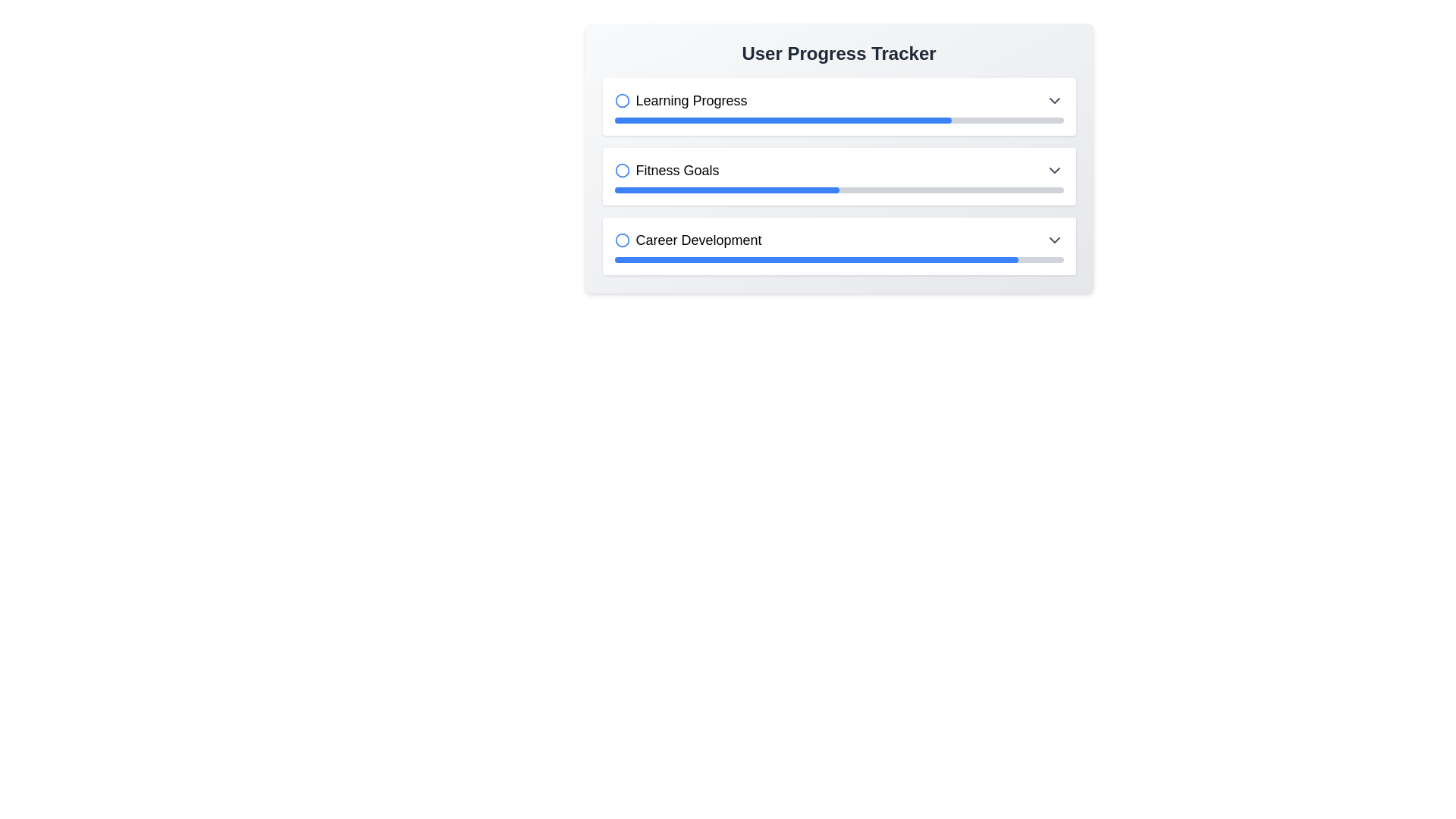 The image size is (1456, 819). Describe the element at coordinates (783, 119) in the screenshot. I see `the blue progress bar within the 'Learning Progress' section, which is segmented and has rounded ends` at that location.